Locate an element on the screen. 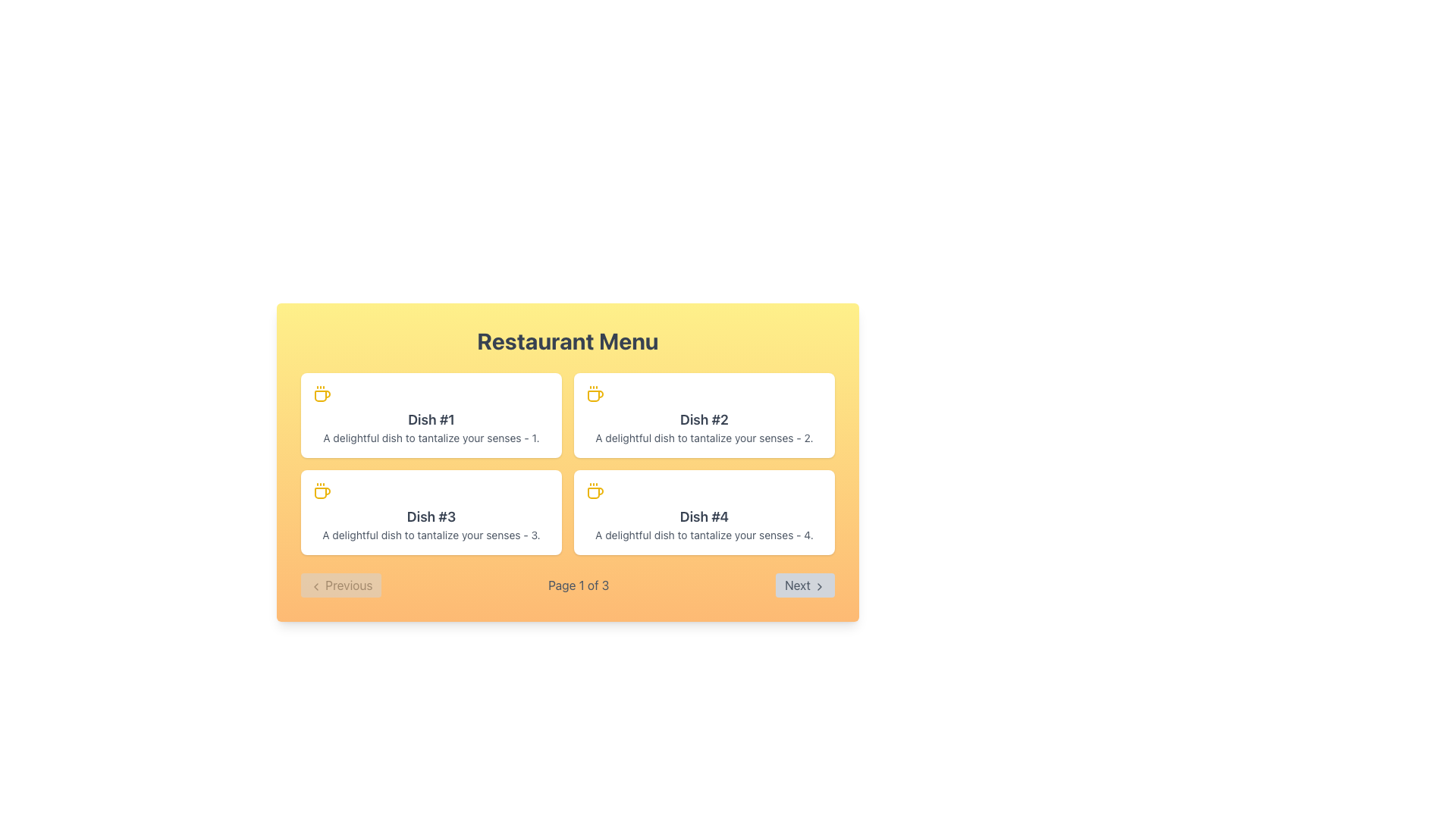 The image size is (1456, 819). static text 'Page 1 of 3' displayed in gray color, located centrally between the 'Previous' and 'Next' buttons in the pagination controls at the bottom of the window is located at coordinates (578, 584).